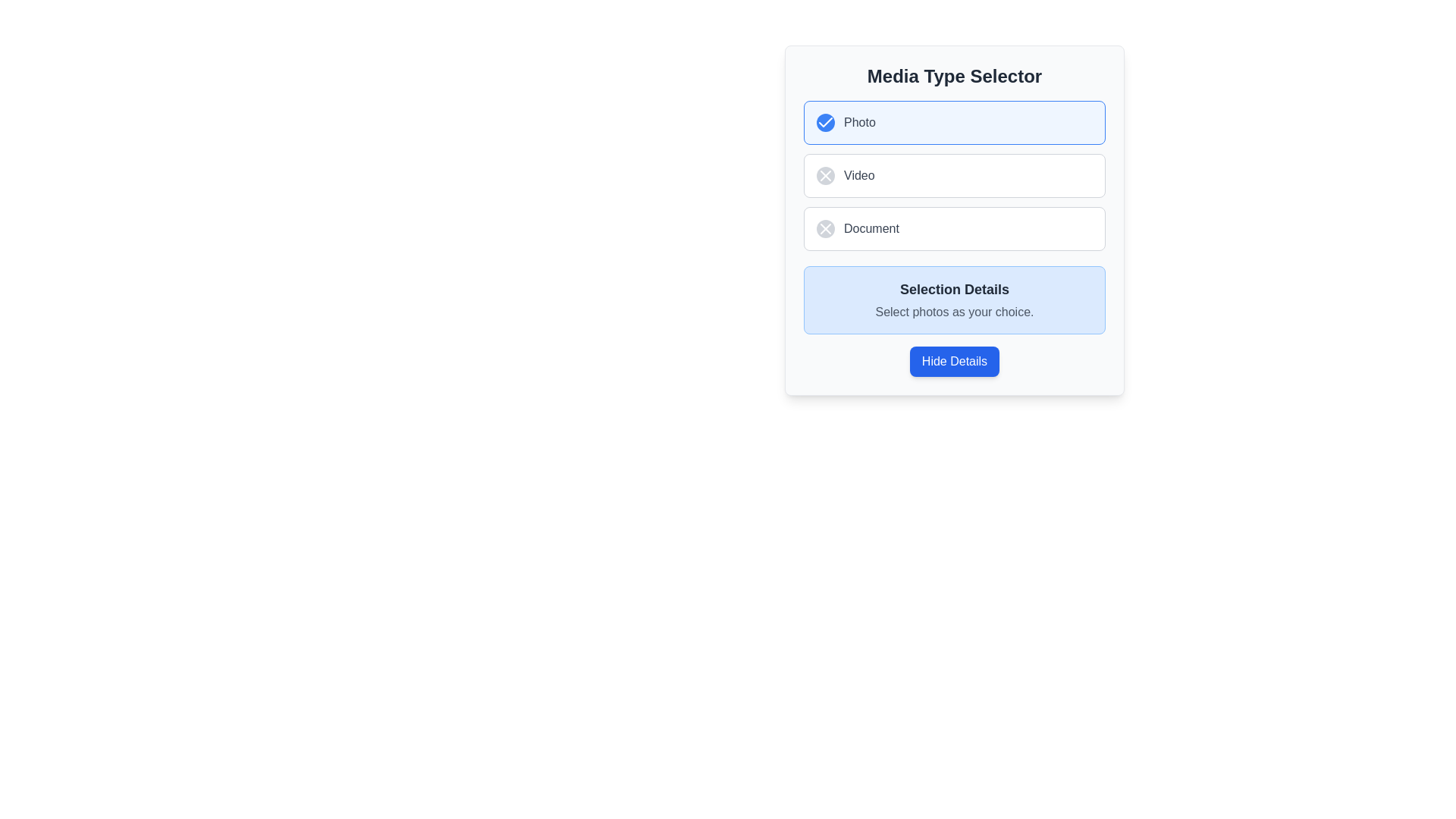 The width and height of the screenshot is (1456, 819). What do you see at coordinates (825, 122) in the screenshot?
I see `the state of the blue circular selection indicator icon with a white checkmark, located to the left of the 'Photo' option in the media types list` at bounding box center [825, 122].